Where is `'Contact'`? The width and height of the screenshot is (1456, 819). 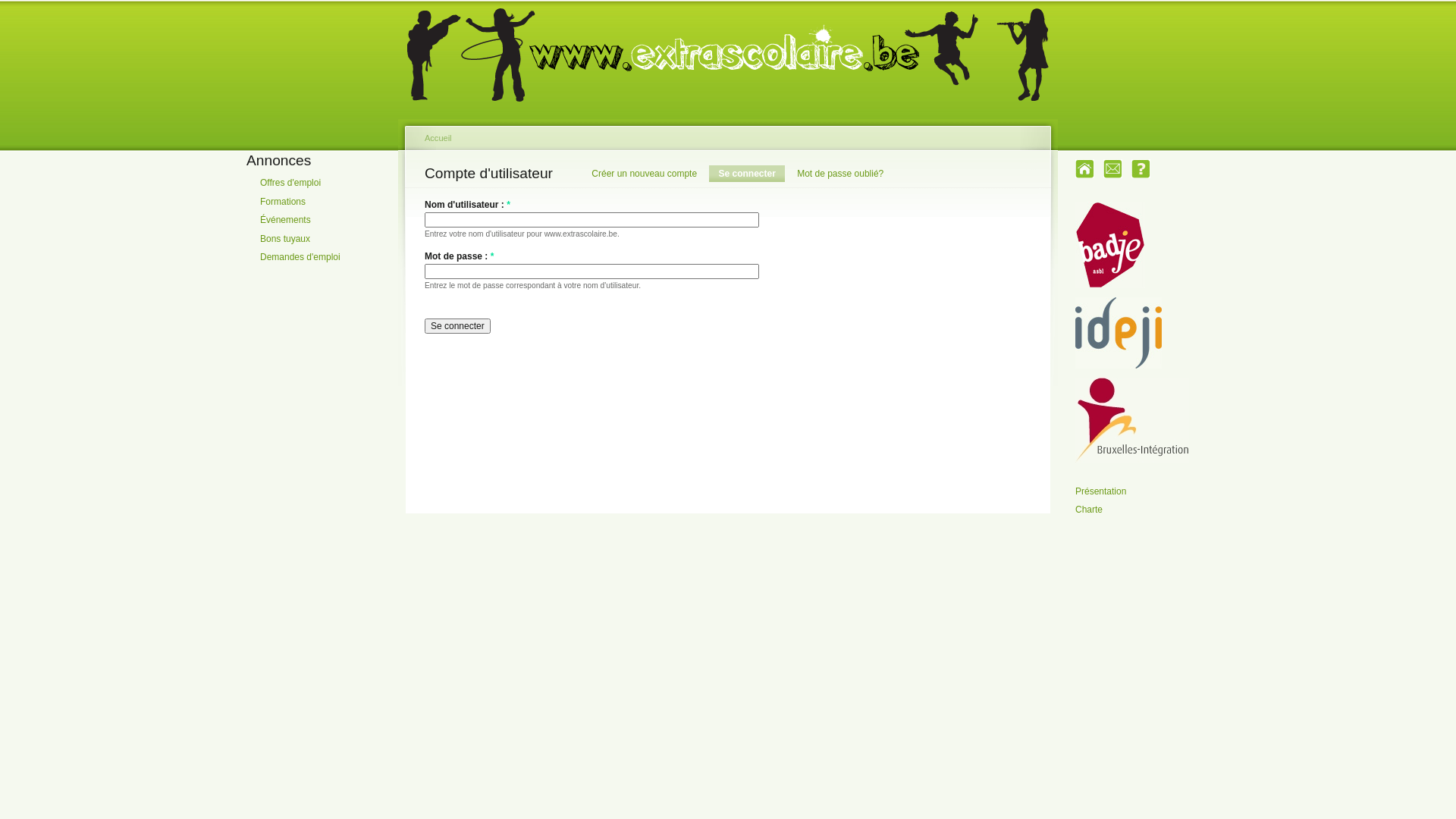
'Contact' is located at coordinates (1112, 168).